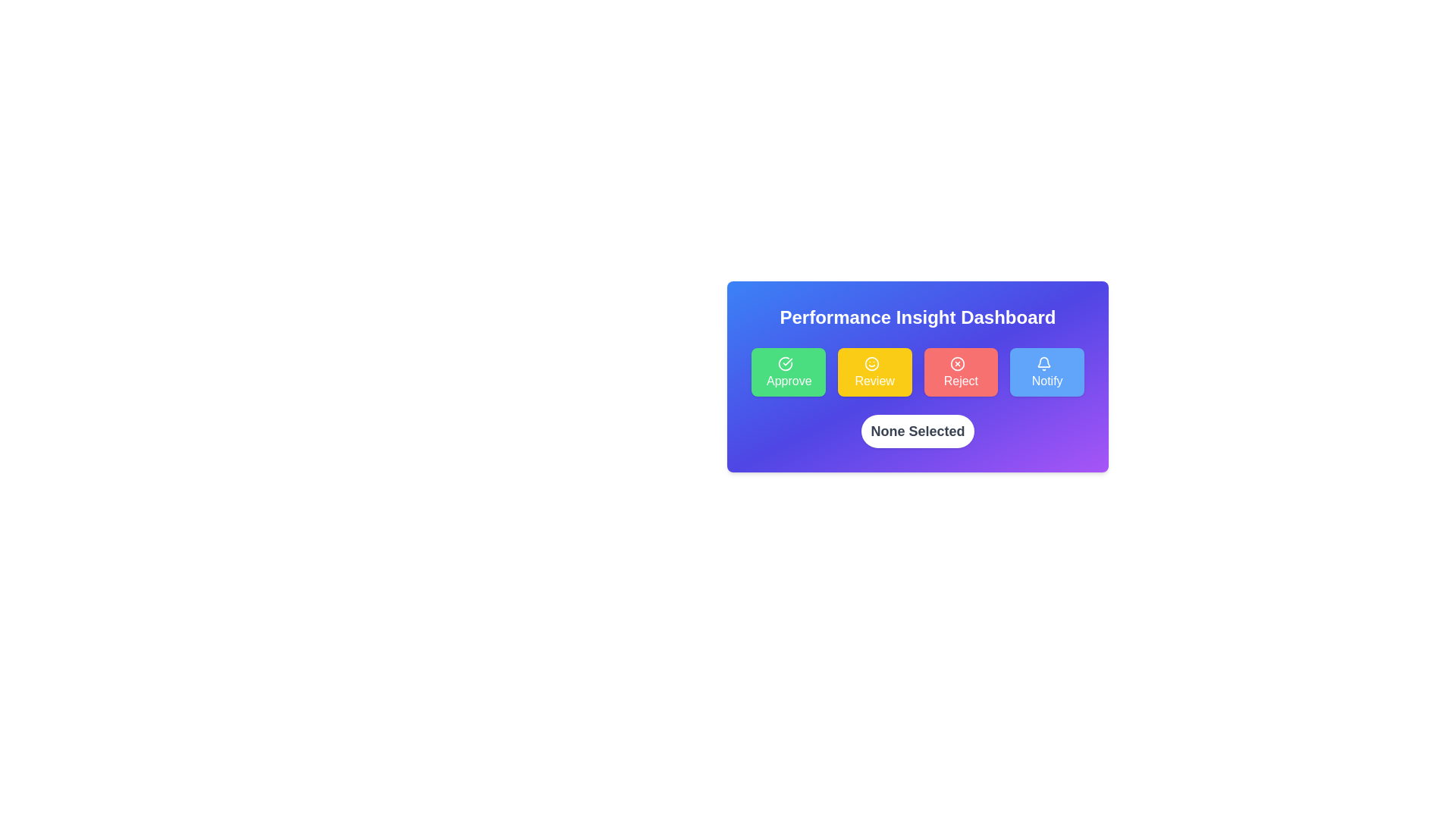 Image resolution: width=1456 pixels, height=819 pixels. Describe the element at coordinates (960, 372) in the screenshot. I see `the 'Reject' button, which is the third button in a horizontal group of four buttons, positioned between the 'Review' and 'Notify' buttons` at that location.